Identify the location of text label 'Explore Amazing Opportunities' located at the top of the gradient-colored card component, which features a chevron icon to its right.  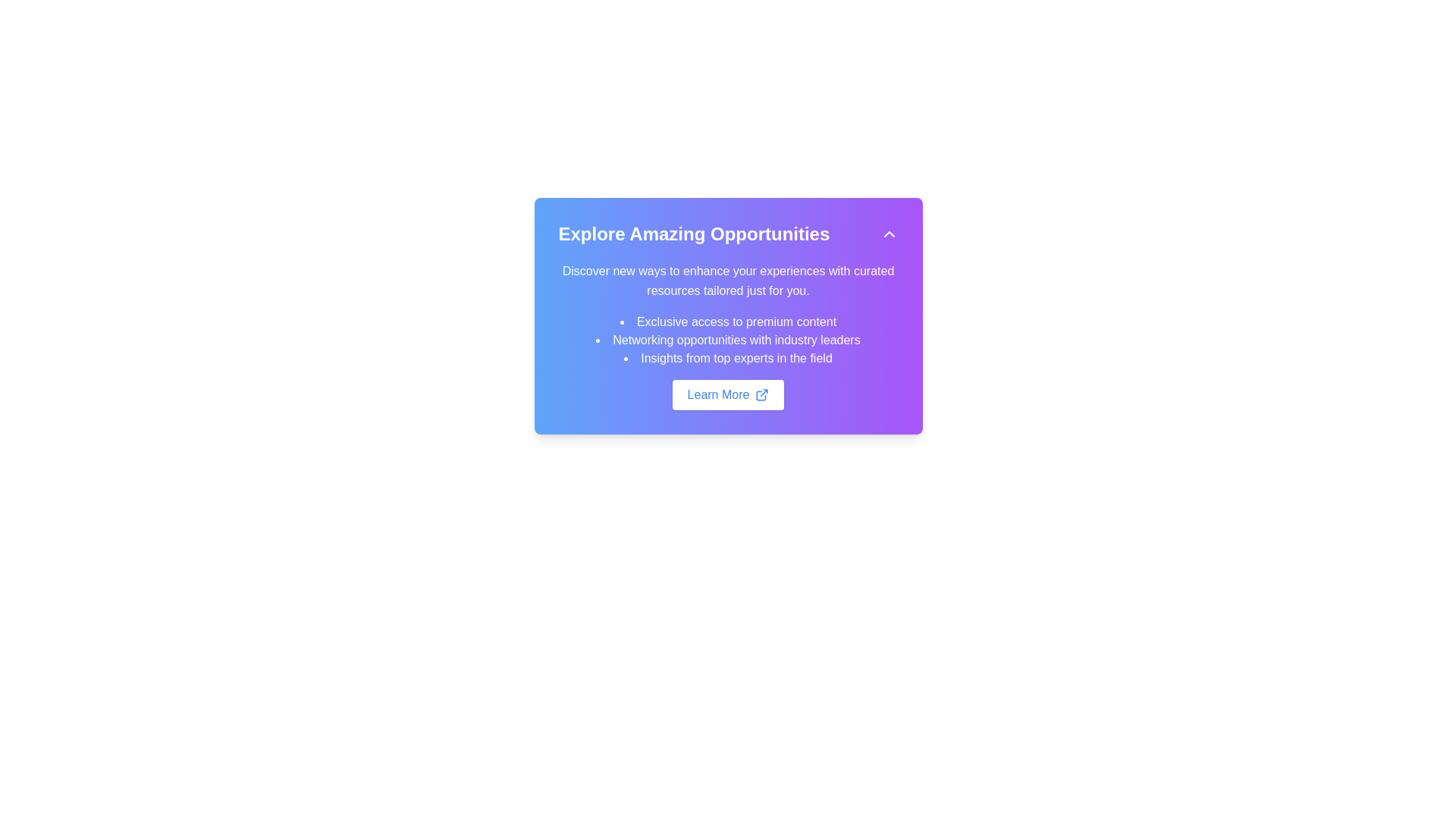
(728, 234).